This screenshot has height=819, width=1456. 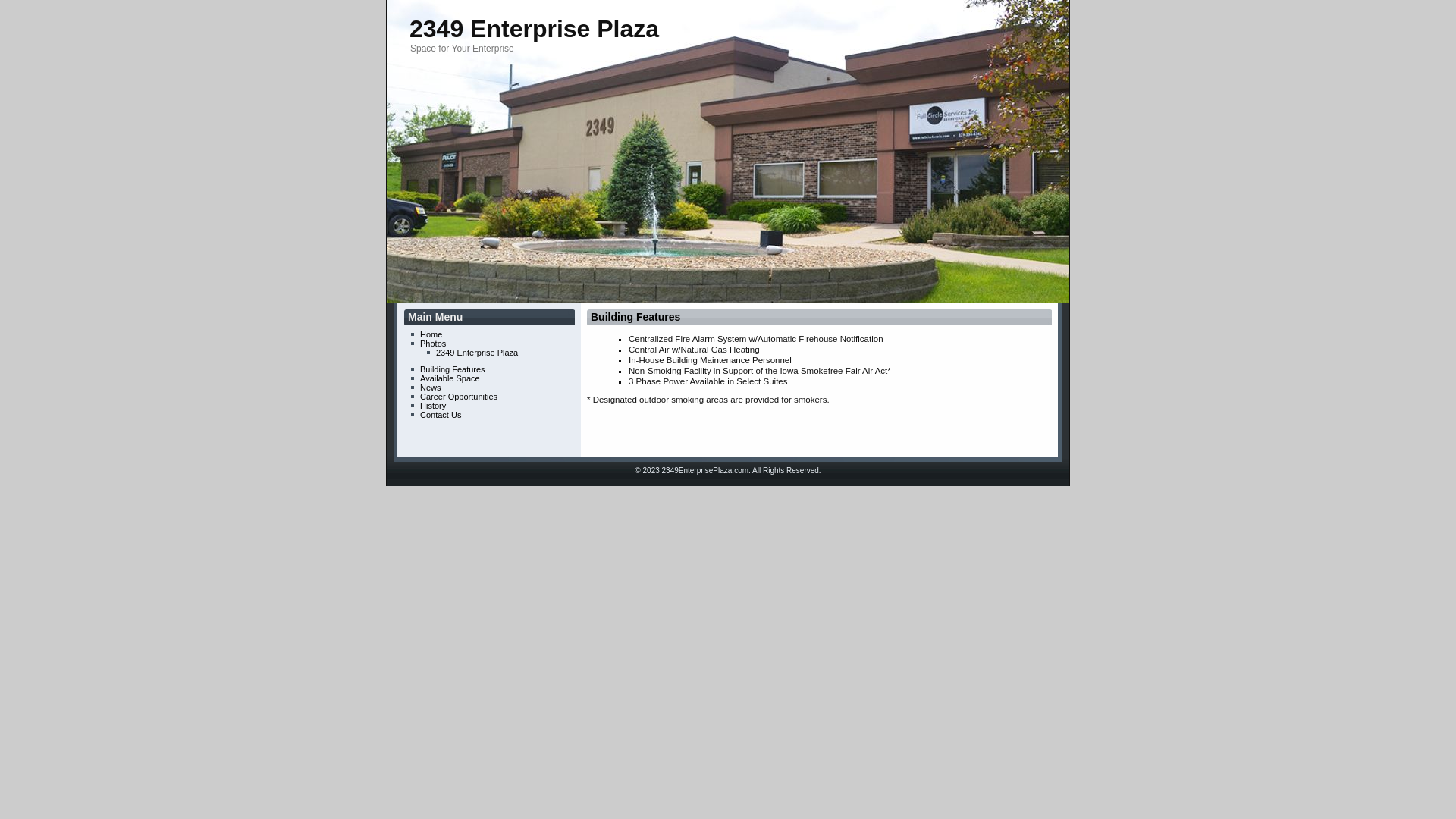 What do you see at coordinates (451, 369) in the screenshot?
I see `'Building Features'` at bounding box center [451, 369].